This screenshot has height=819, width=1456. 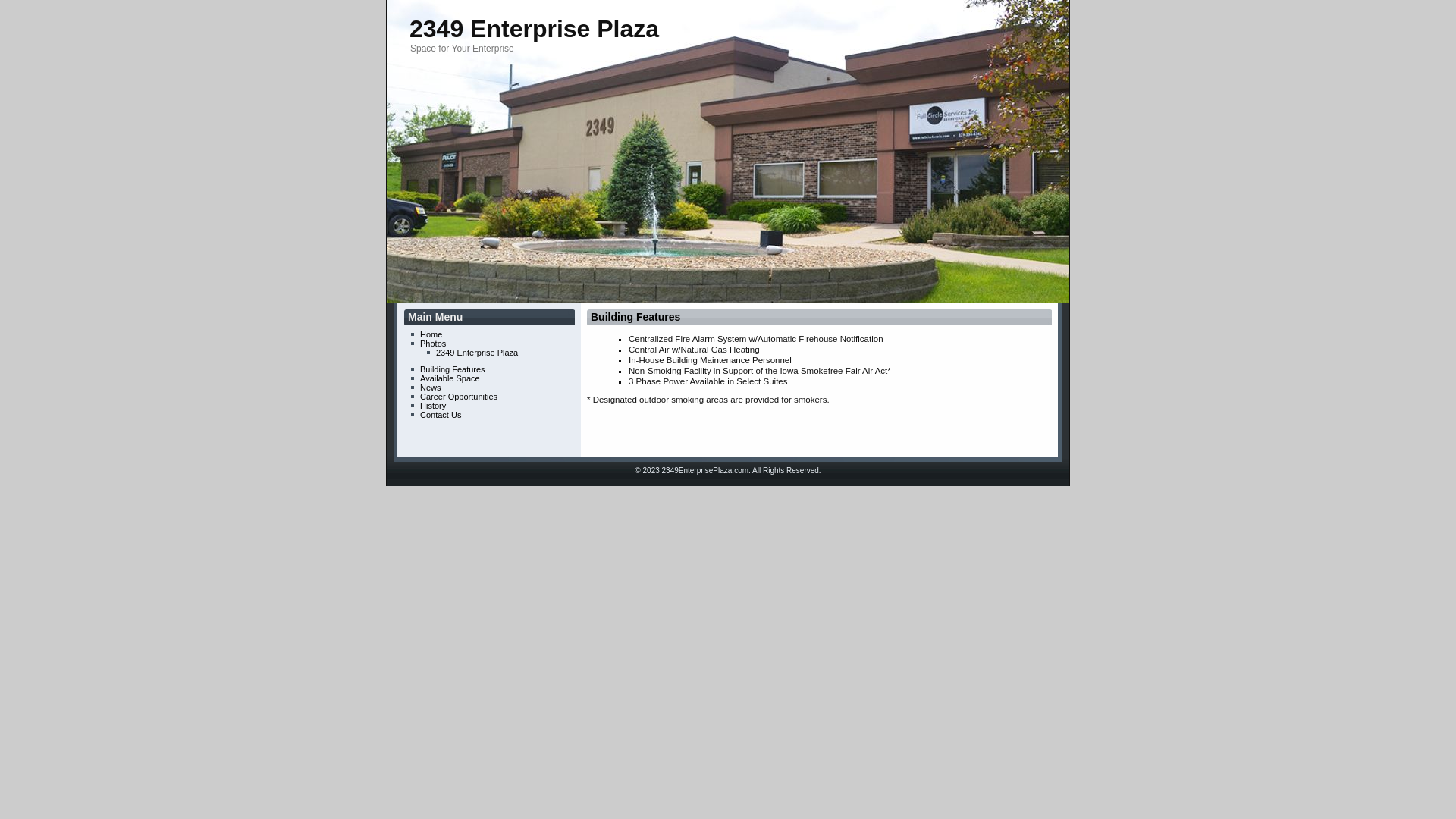 What do you see at coordinates (451, 369) in the screenshot?
I see `'Building Features'` at bounding box center [451, 369].